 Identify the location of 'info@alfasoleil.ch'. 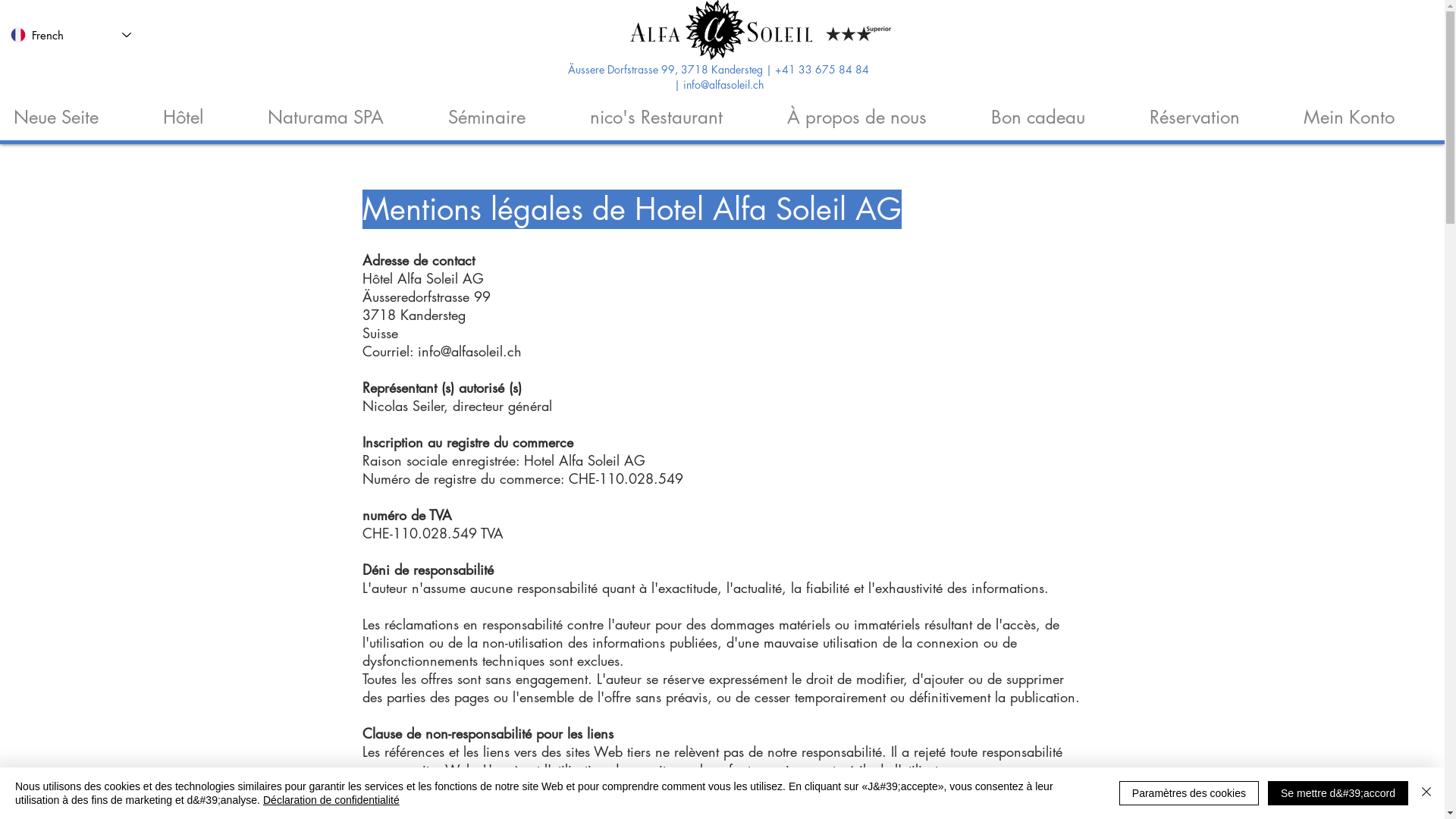
(417, 350).